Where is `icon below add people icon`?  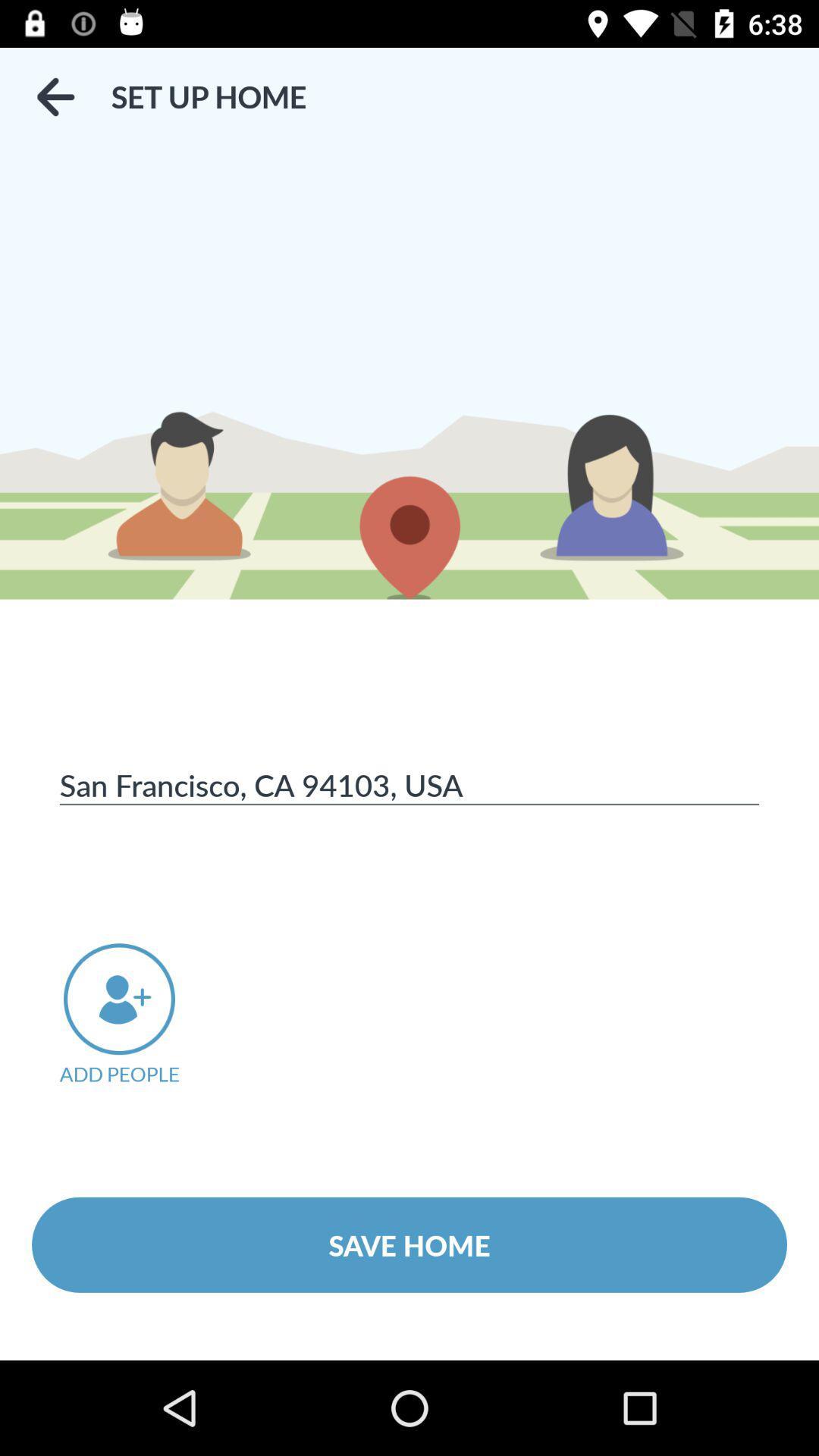 icon below add people icon is located at coordinates (409, 1244).